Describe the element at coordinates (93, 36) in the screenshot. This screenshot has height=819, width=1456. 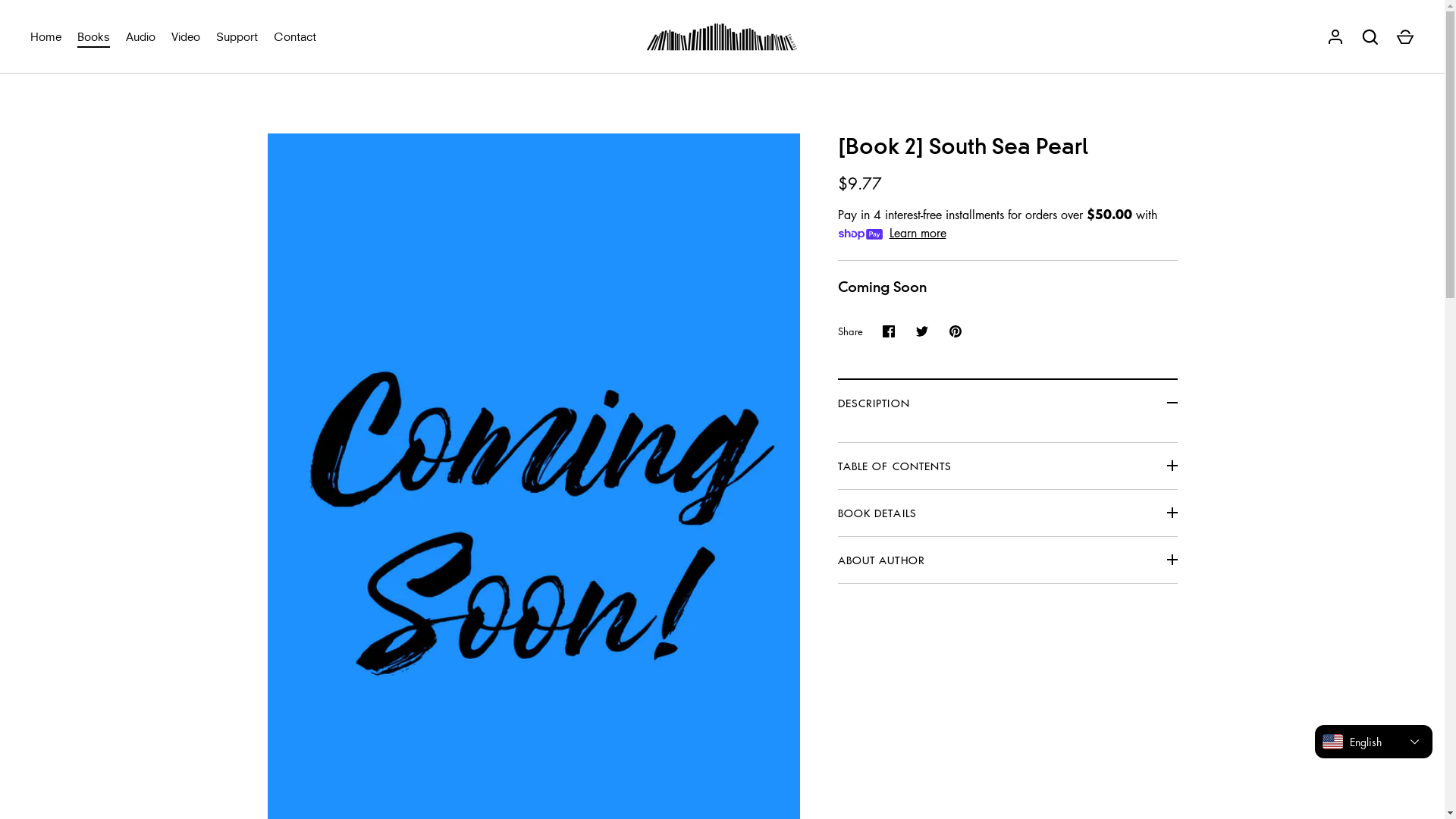
I see `'Books'` at that location.